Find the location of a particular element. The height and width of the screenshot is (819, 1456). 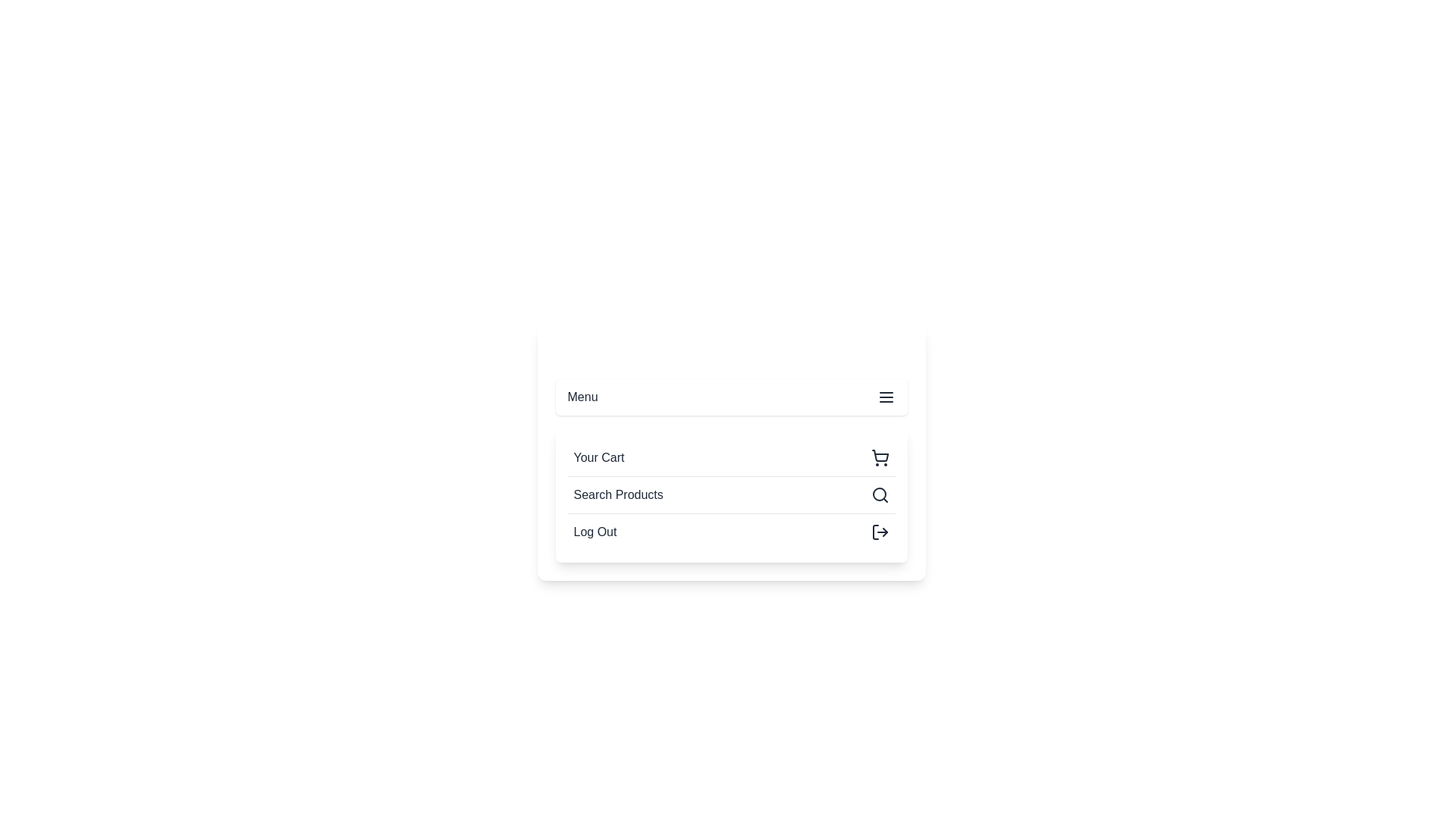

the shopping cart icon located in the top-right corner of the menu component, which is the largest sub-element in the SVG is located at coordinates (880, 455).